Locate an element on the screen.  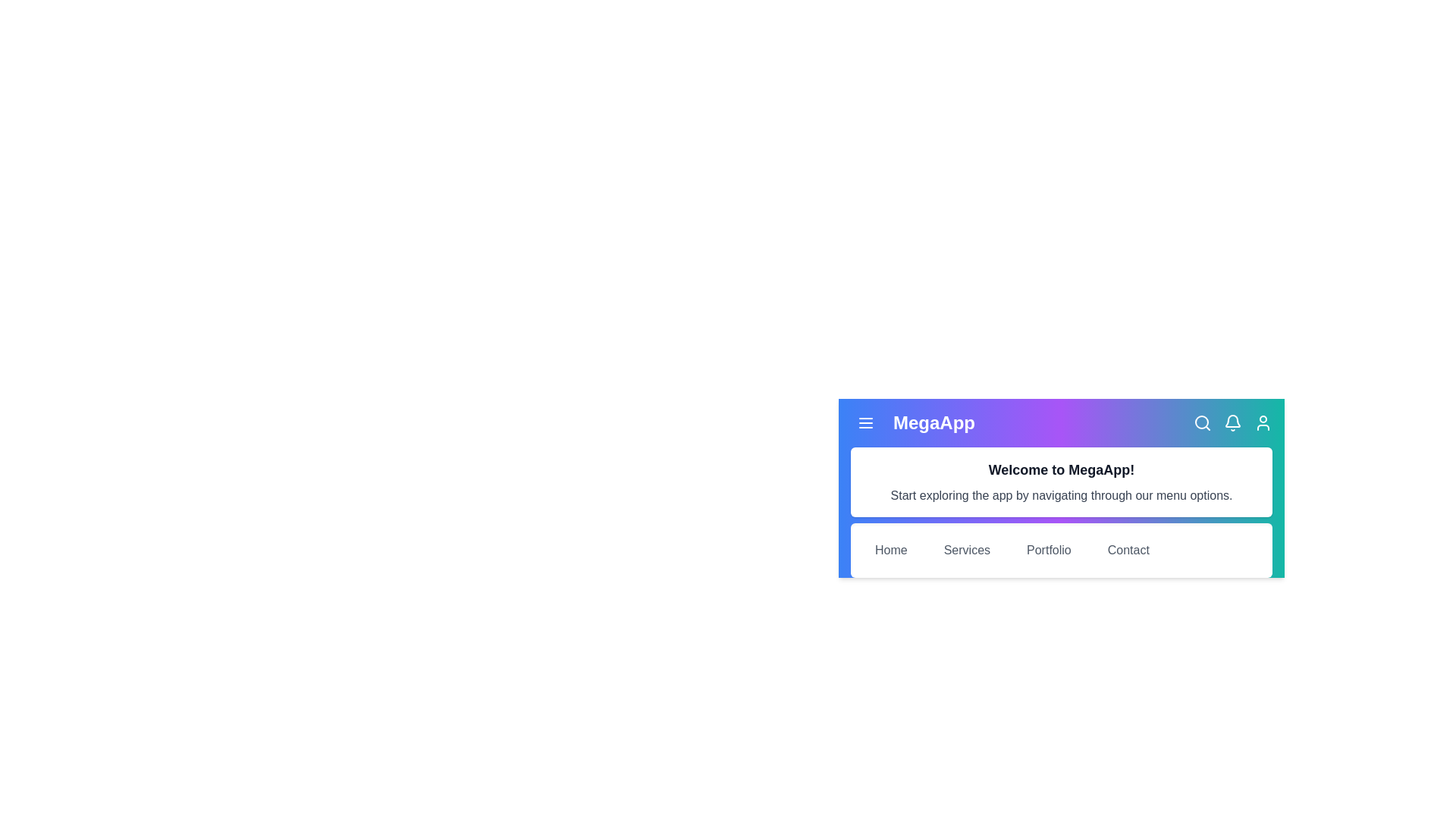
the welcome message text to interact with it is located at coordinates (1061, 469).